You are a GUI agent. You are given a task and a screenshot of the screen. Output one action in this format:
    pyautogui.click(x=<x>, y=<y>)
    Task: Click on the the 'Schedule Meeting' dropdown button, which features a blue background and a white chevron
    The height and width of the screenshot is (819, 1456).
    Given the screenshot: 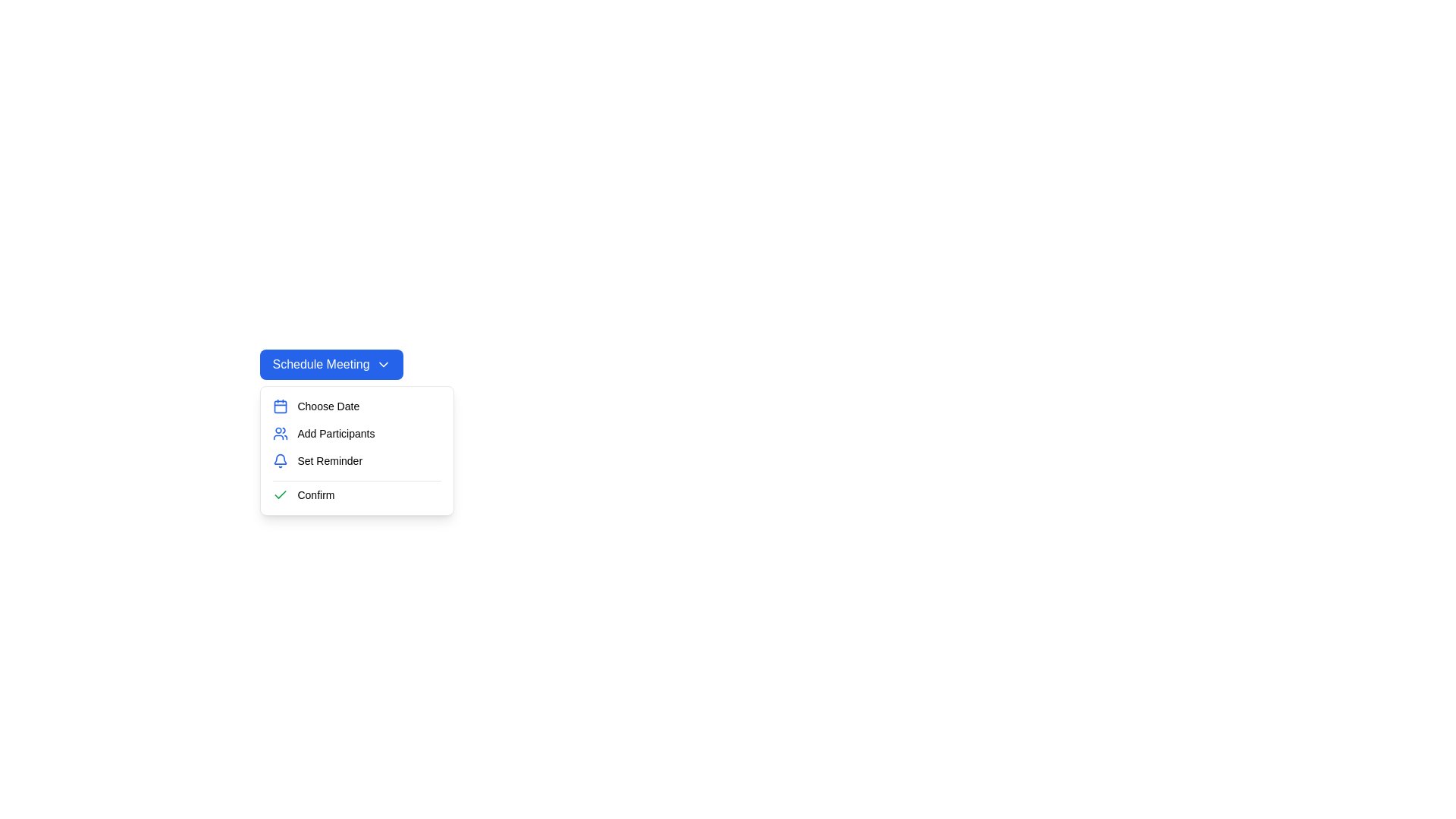 What is the action you would take?
    pyautogui.click(x=331, y=365)
    